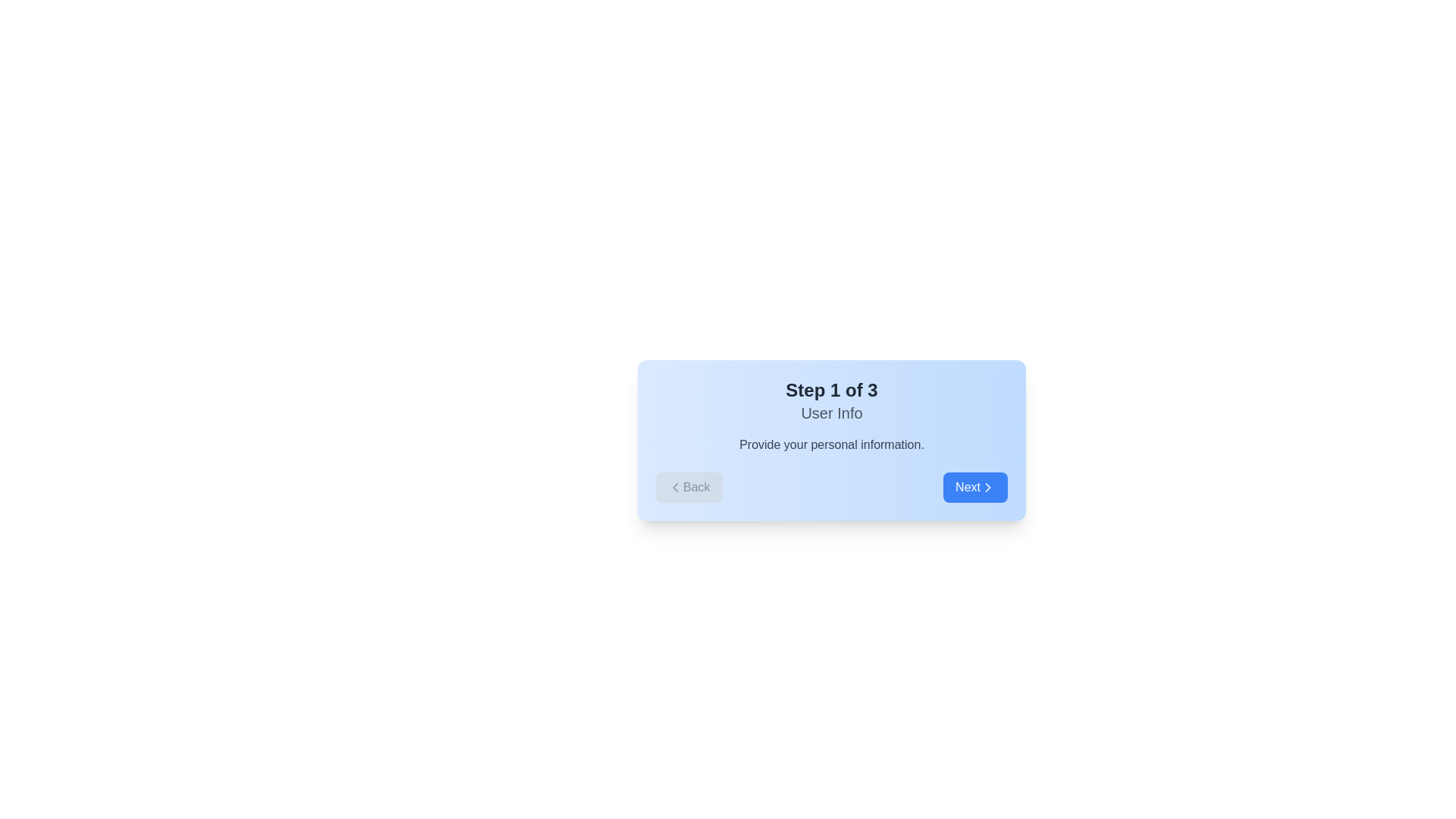  What do you see at coordinates (688, 488) in the screenshot?
I see `the 'Back' button, which is a light gray rectangular button with rounded corners containing the word 'Back' in gray text and an adjacent arrow icon, positioned on the left side of a horizontal button group` at bounding box center [688, 488].